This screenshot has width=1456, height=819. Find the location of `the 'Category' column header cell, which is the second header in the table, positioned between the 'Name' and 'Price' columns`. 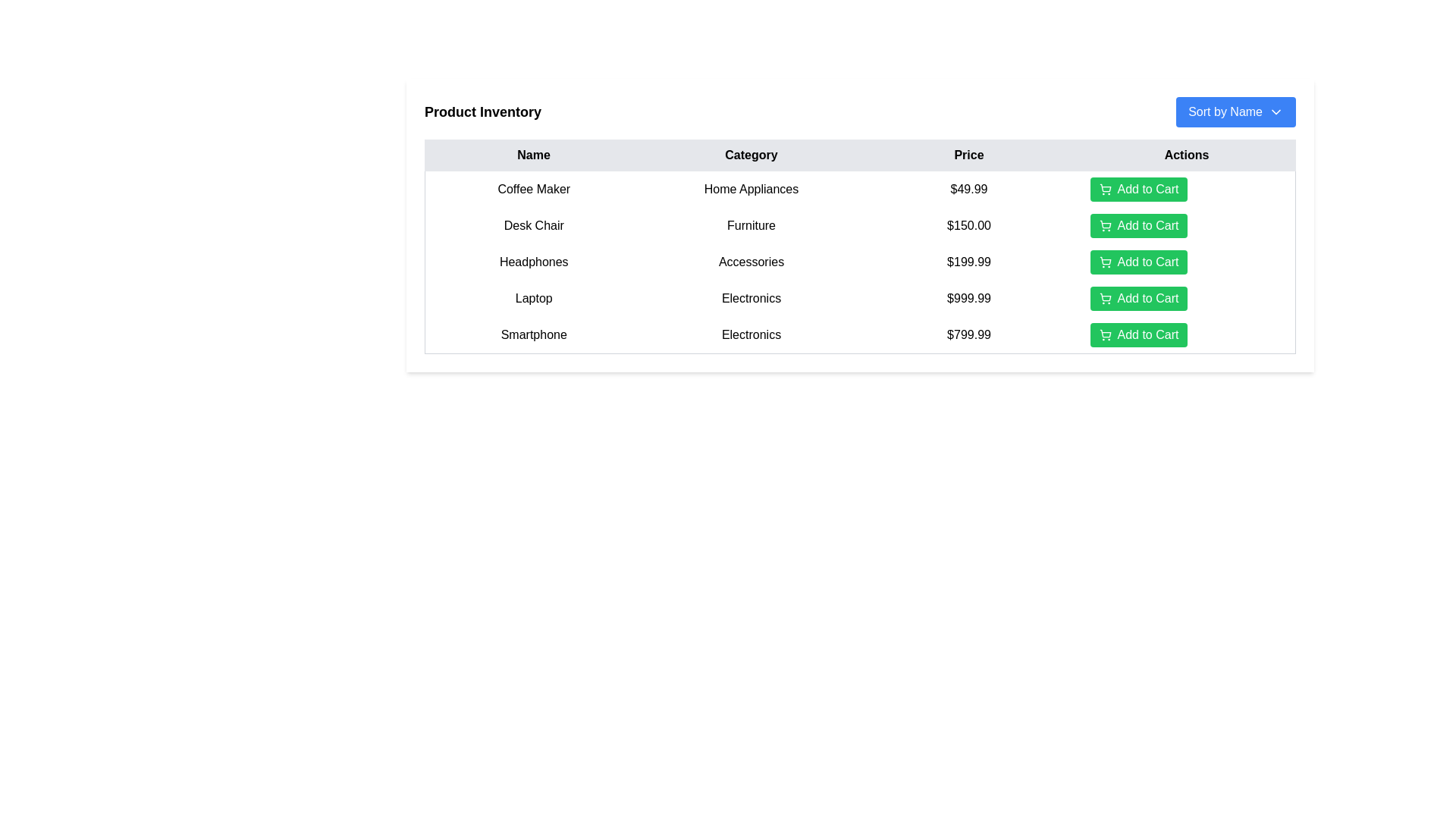

the 'Category' column header cell, which is the second header in the table, positioned between the 'Name' and 'Price' columns is located at coordinates (751, 155).